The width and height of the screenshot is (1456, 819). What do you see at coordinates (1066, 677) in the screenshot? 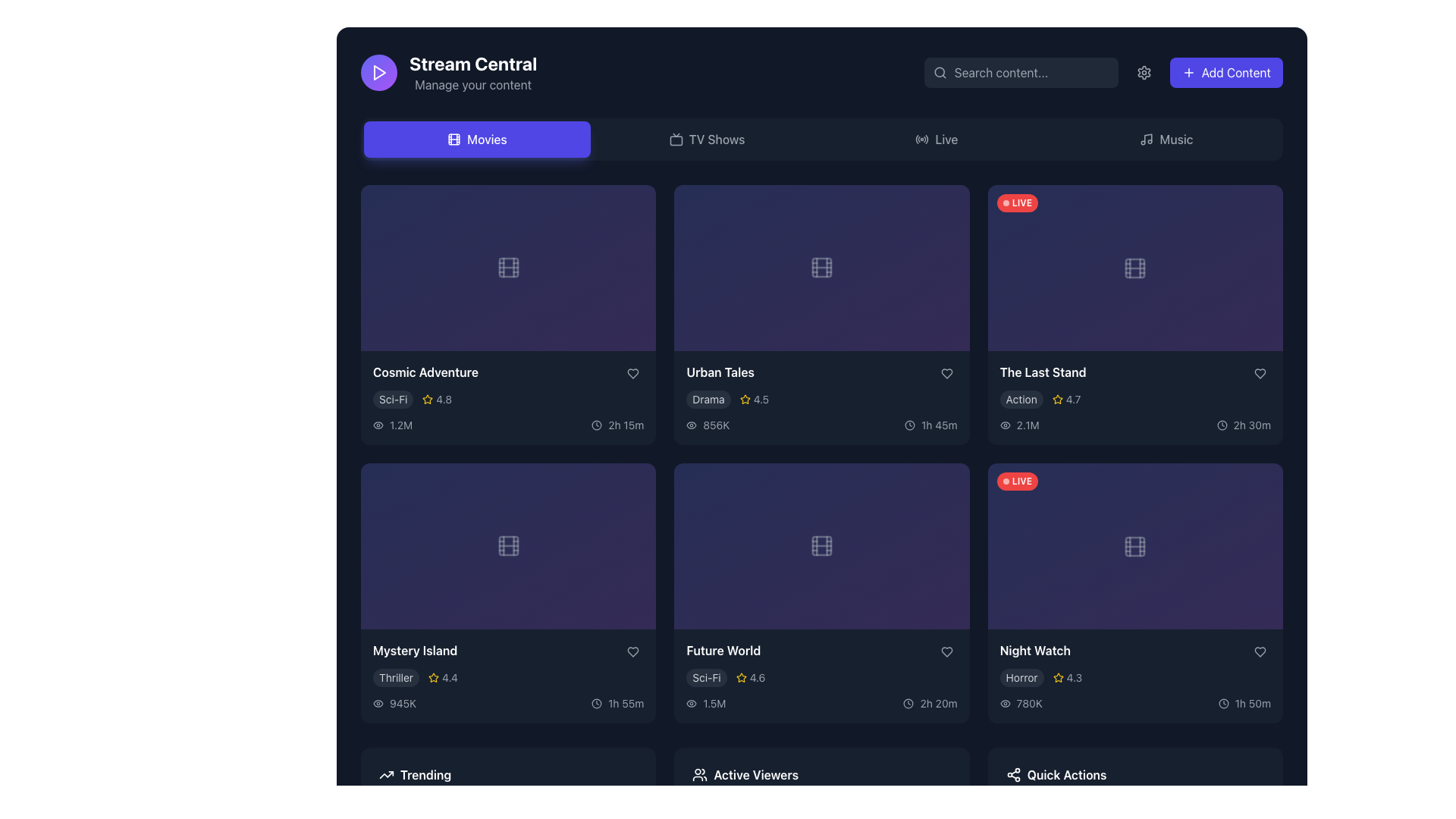
I see `the rating display element for 'Night Watch', which is located below the genre tag 'Horror' and above the viewers count '780K', positioned to the right of the star icon` at bounding box center [1066, 677].